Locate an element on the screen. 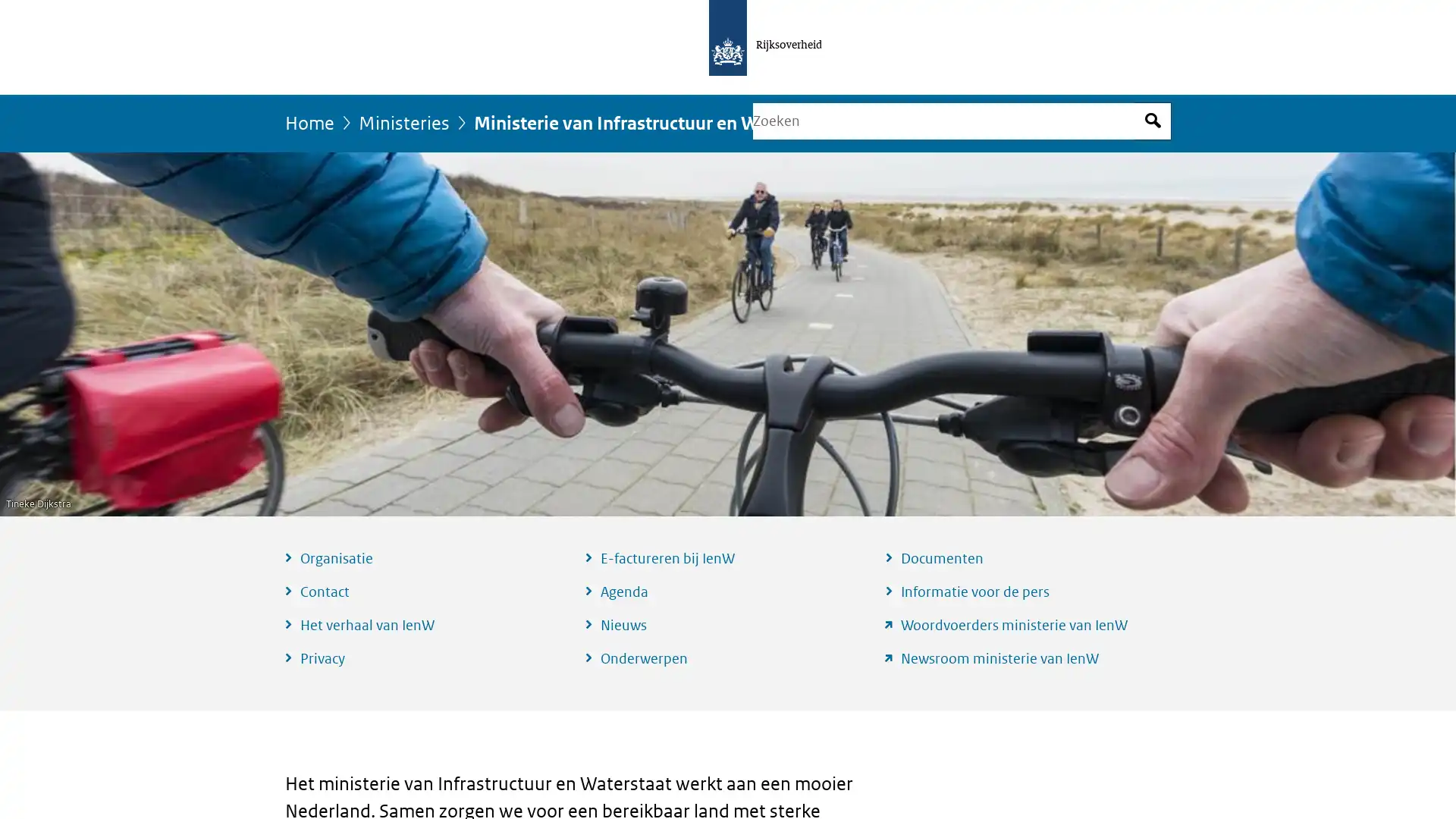 The image size is (1456, 819). Open zoekveld is located at coordinates (1153, 120).